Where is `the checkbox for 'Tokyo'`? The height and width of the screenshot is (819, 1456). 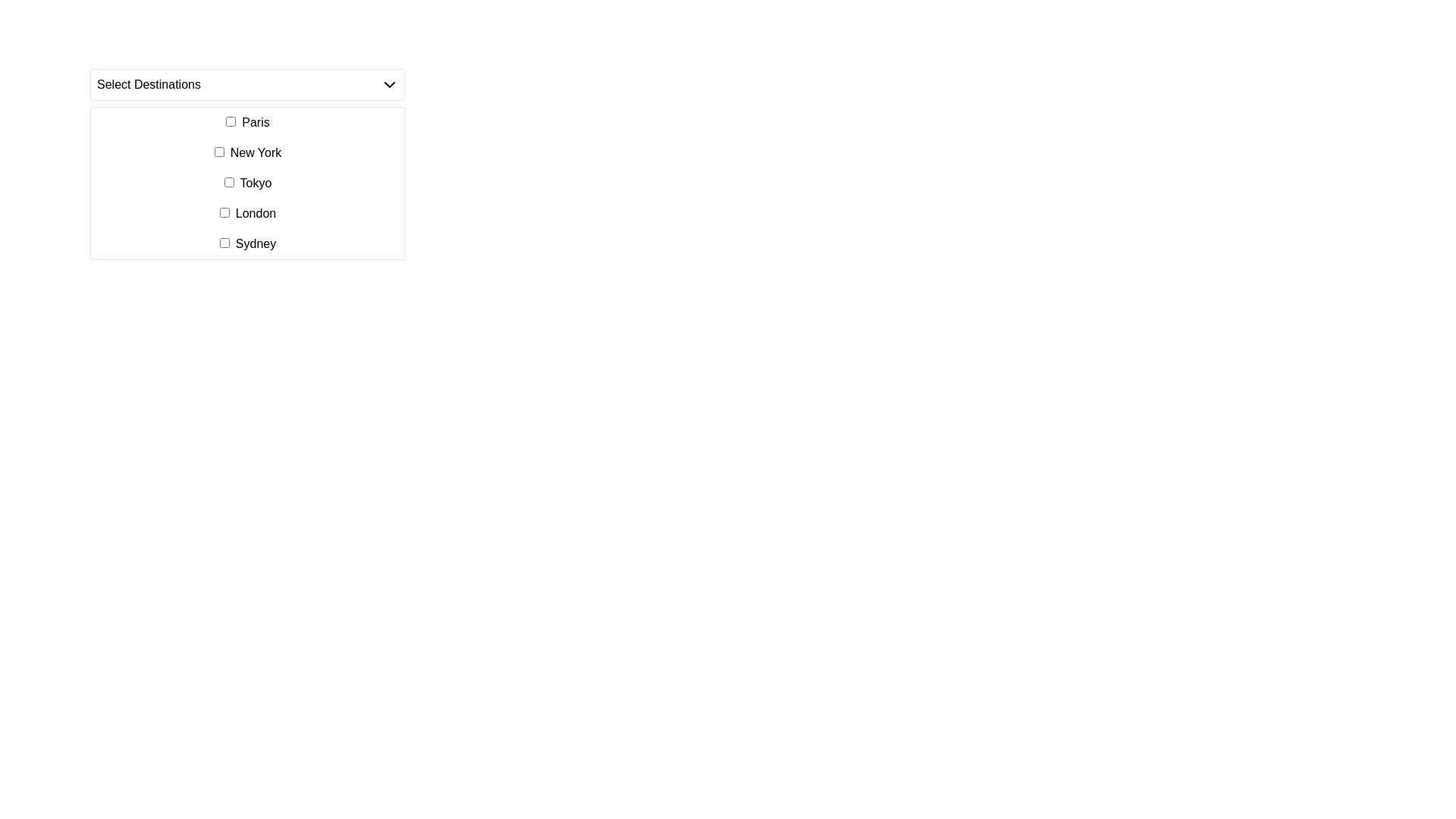 the checkbox for 'Tokyo' is located at coordinates (247, 183).